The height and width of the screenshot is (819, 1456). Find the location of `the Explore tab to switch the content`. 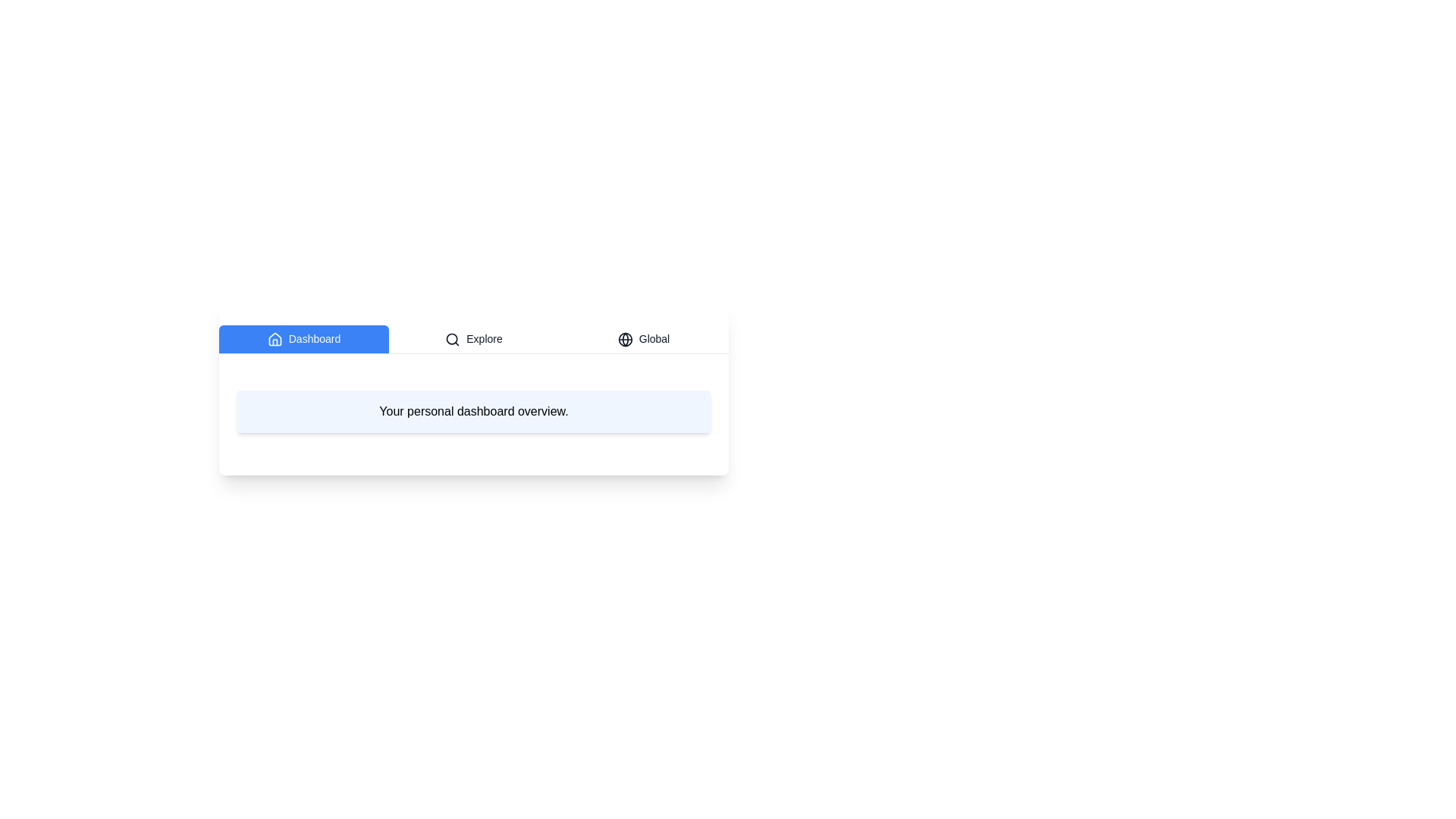

the Explore tab to switch the content is located at coordinates (472, 338).